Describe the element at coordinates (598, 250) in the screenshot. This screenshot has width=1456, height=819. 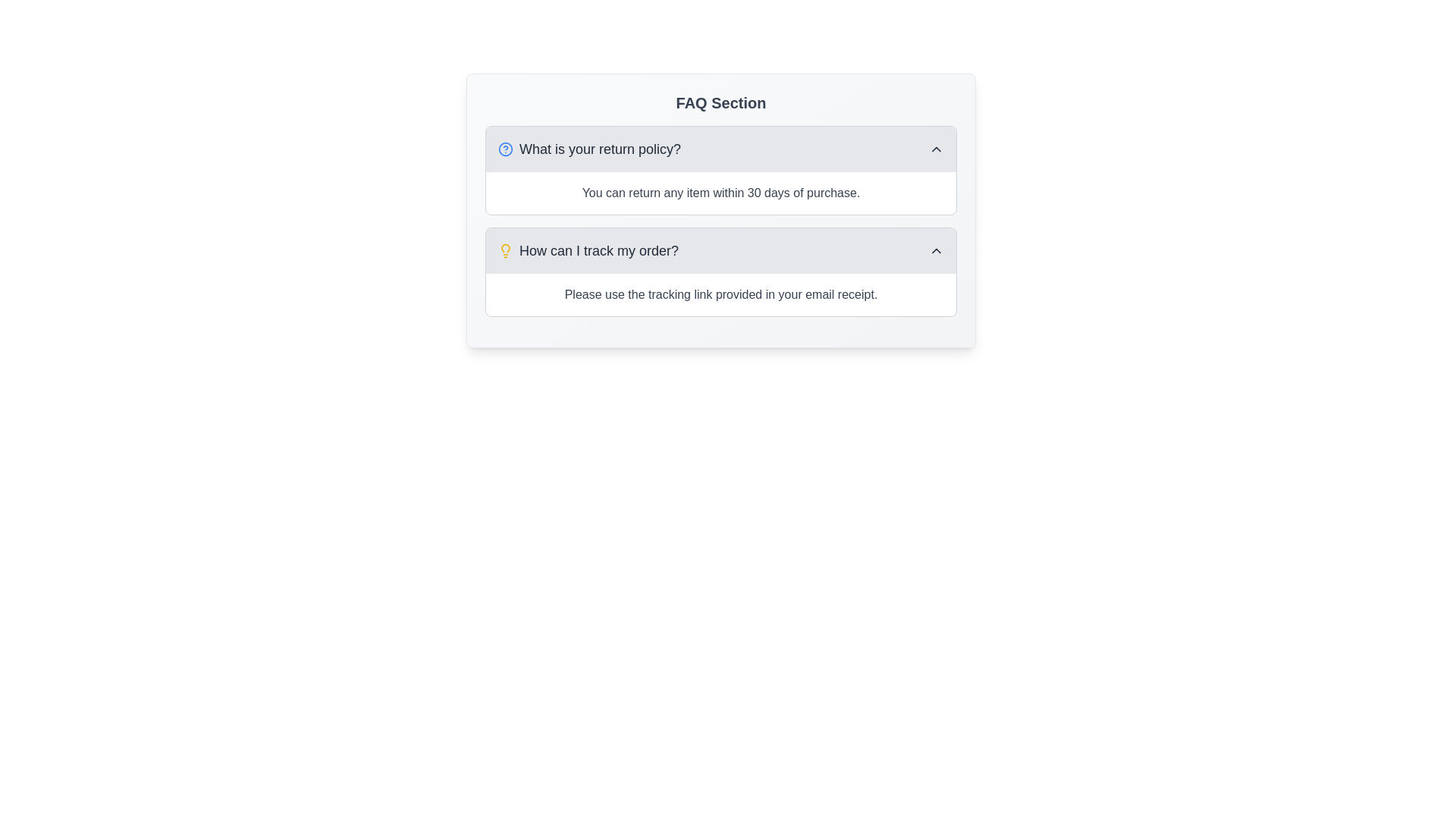
I see `text label that says 'How can I track my order?' positioned next to a yellow lightbulb icon in the FAQ section` at that location.